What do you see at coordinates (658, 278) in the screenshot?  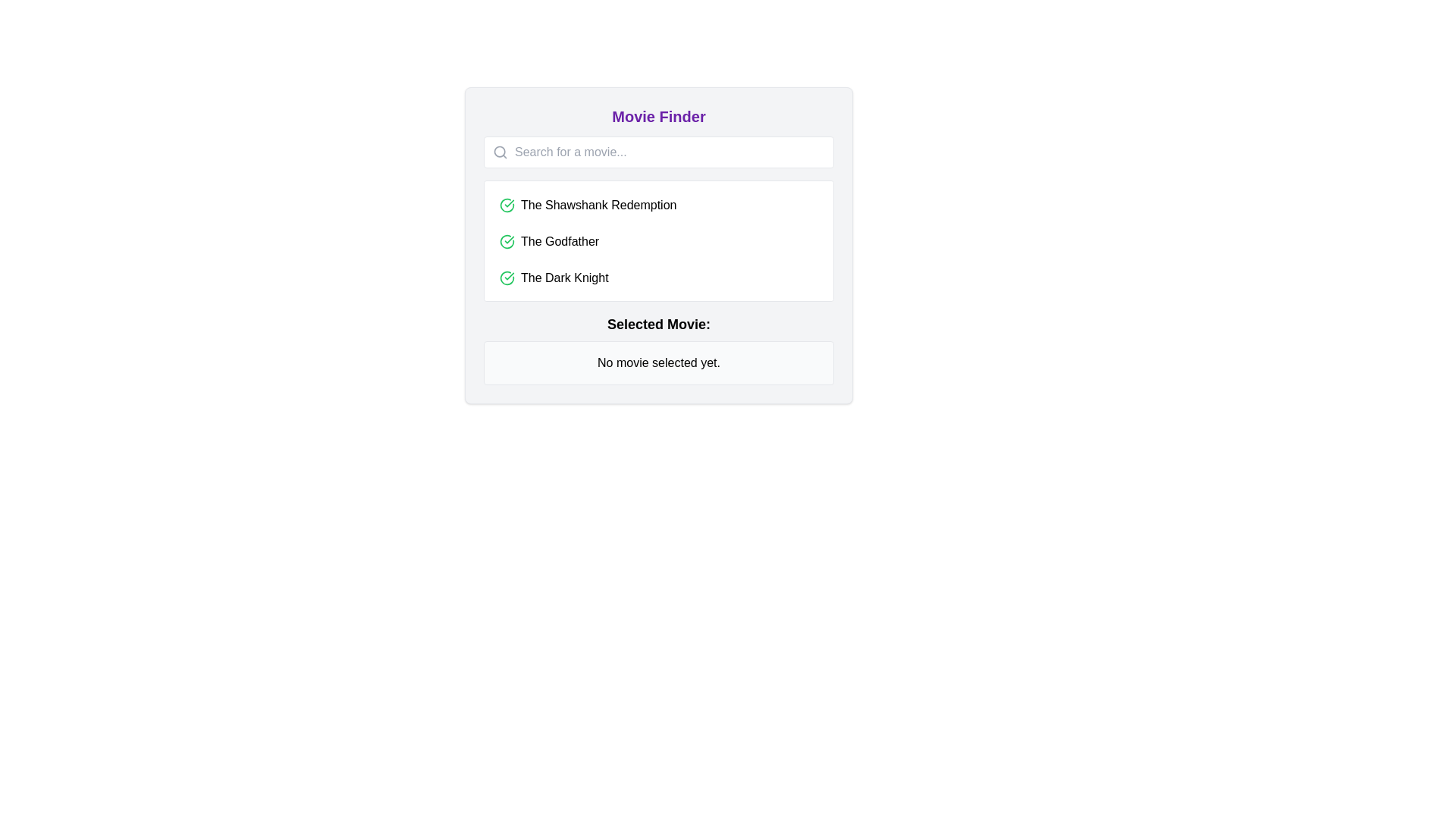 I see `the selectable movie item 'The Dark Knight' in the list` at bounding box center [658, 278].